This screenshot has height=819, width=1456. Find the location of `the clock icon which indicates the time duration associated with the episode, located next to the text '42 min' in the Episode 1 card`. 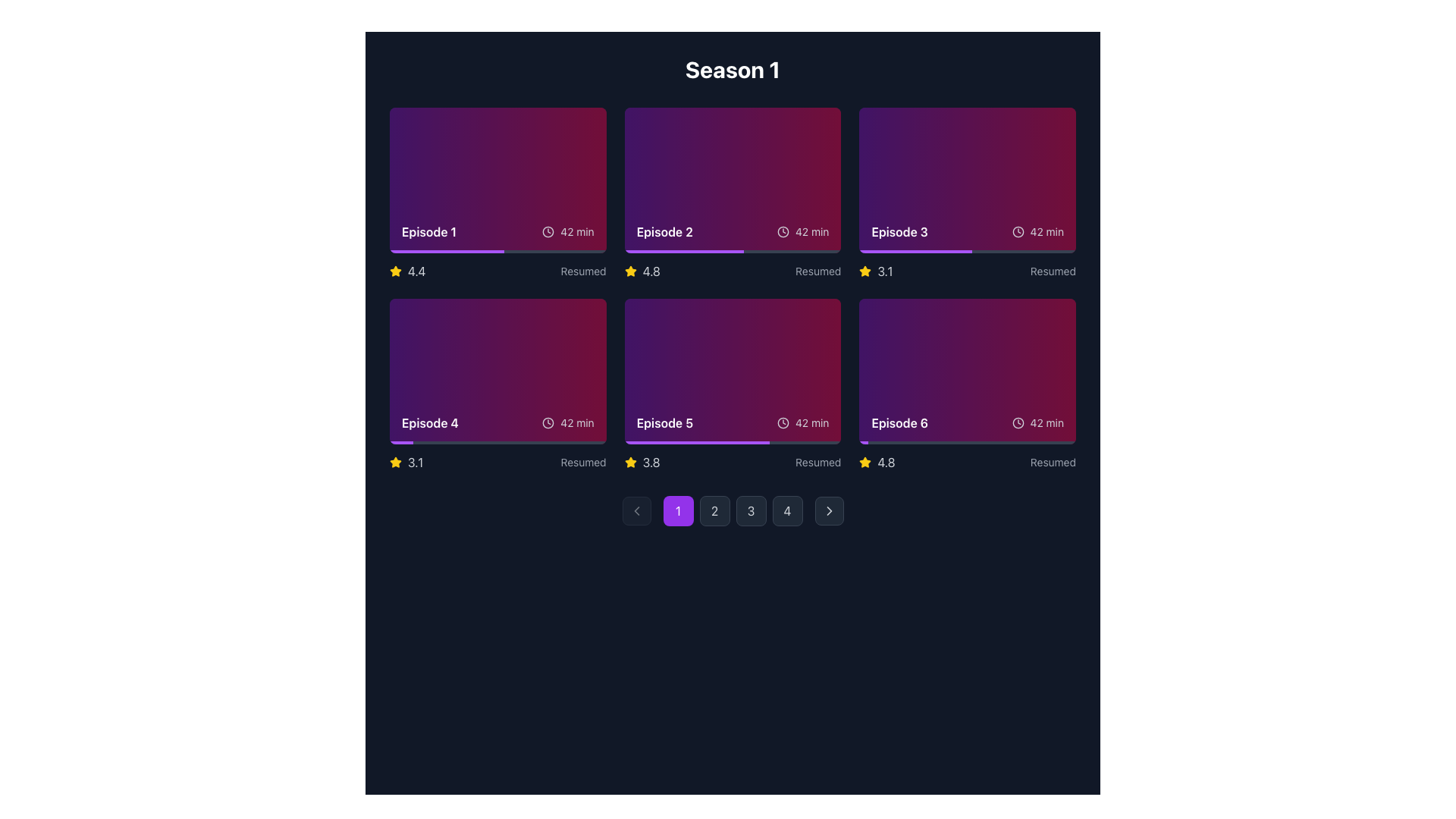

the clock icon which indicates the time duration associated with the episode, located next to the text '42 min' in the Episode 1 card is located at coordinates (548, 231).